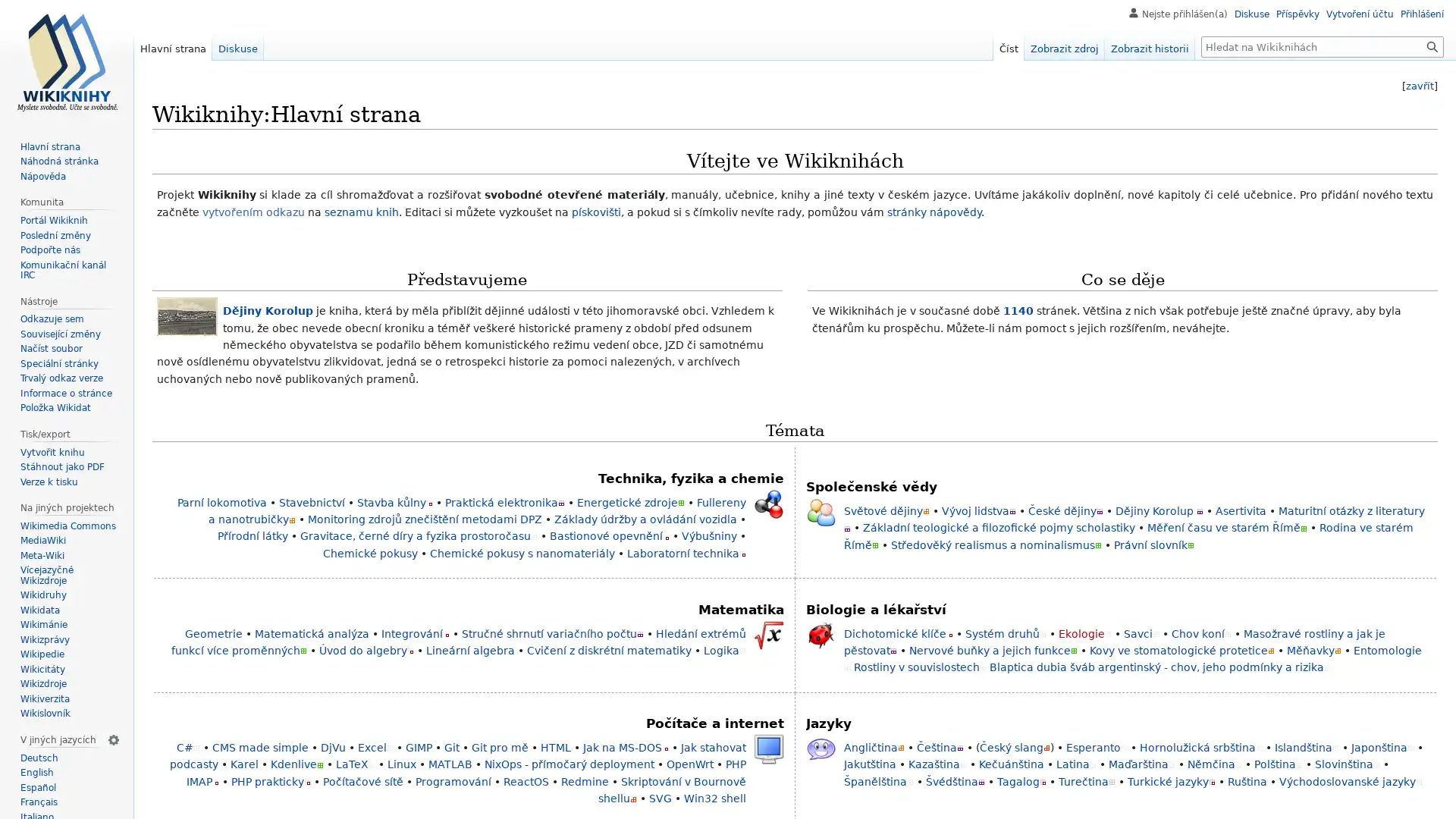 The height and width of the screenshot is (819, 1456). Describe the element at coordinates (1432, 45) in the screenshot. I see `Jit na` at that location.